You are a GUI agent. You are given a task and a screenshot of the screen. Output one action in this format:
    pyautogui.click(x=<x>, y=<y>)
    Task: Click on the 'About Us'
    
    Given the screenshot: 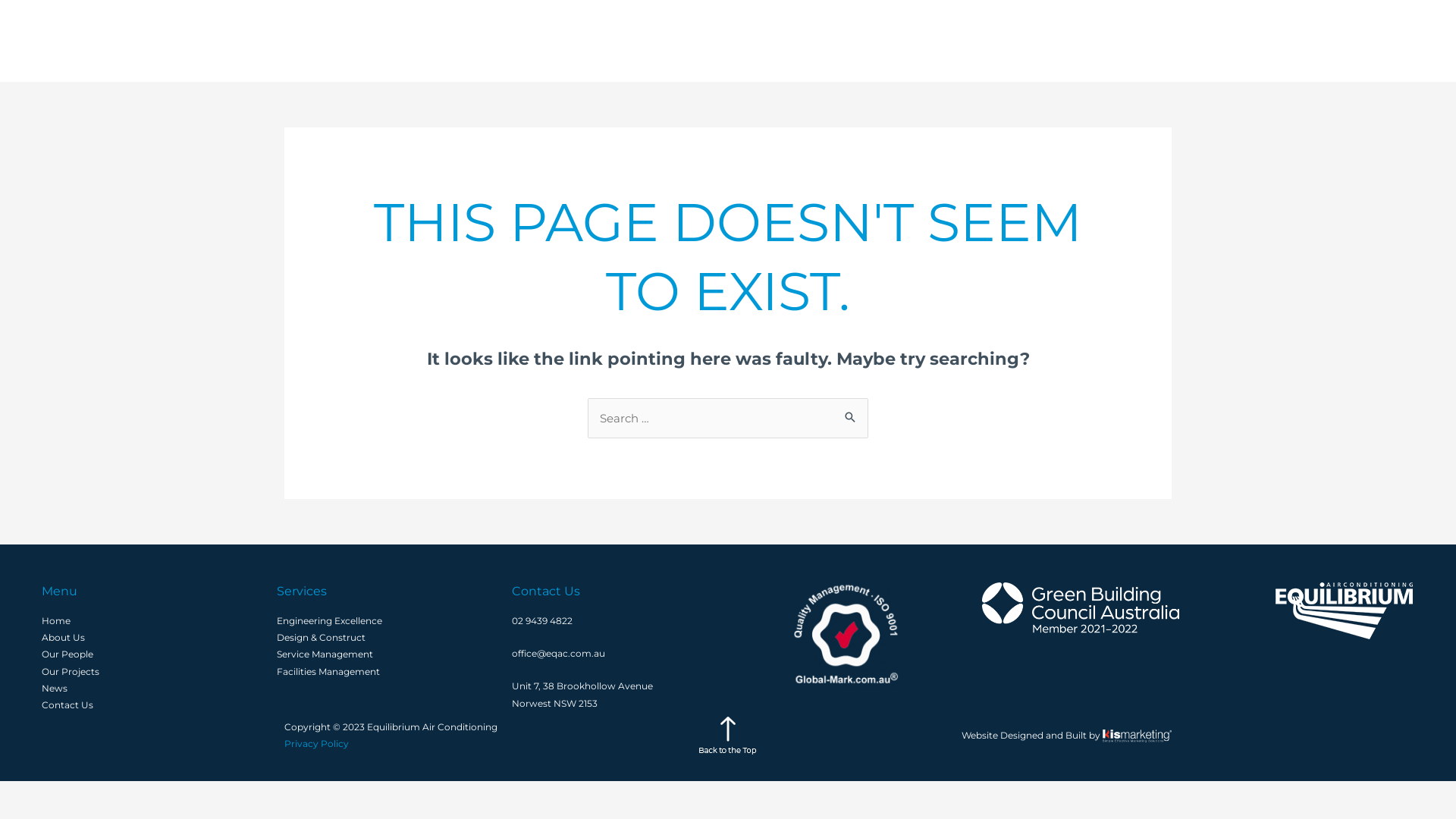 What is the action you would take?
    pyautogui.click(x=1040, y=40)
    